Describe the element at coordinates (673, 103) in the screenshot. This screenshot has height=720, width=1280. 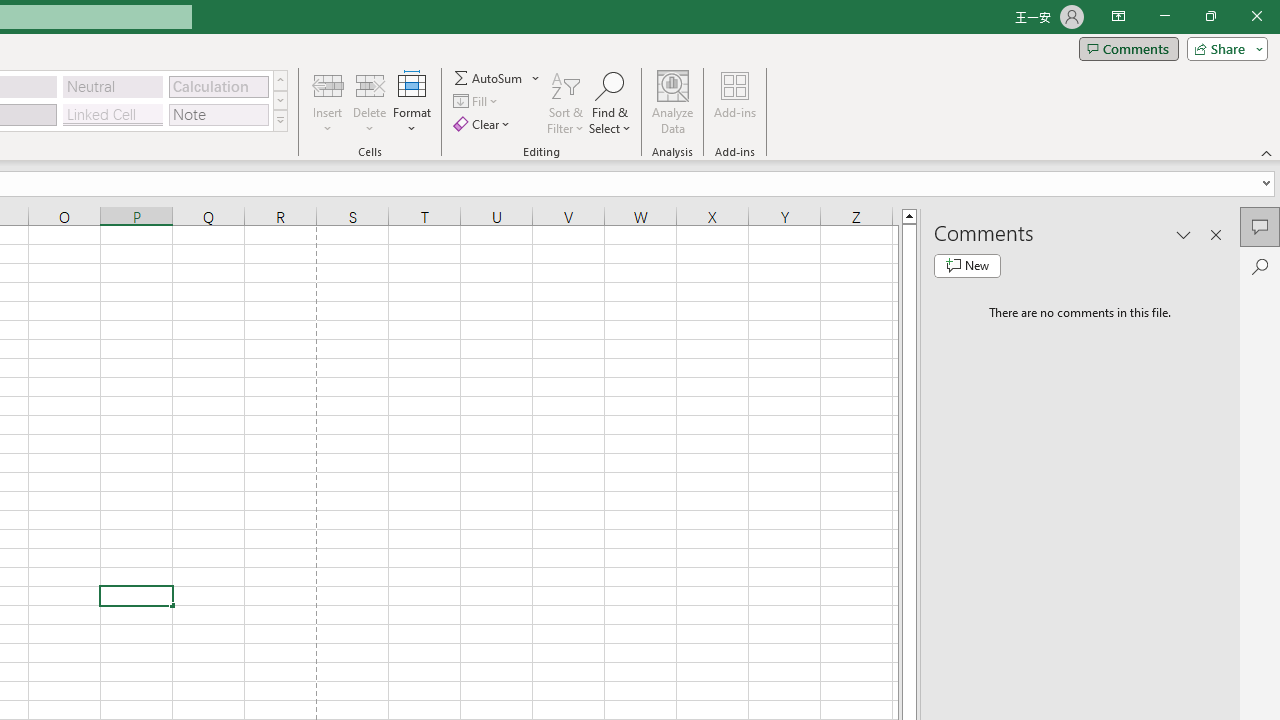
I see `'Analyze Data'` at that location.